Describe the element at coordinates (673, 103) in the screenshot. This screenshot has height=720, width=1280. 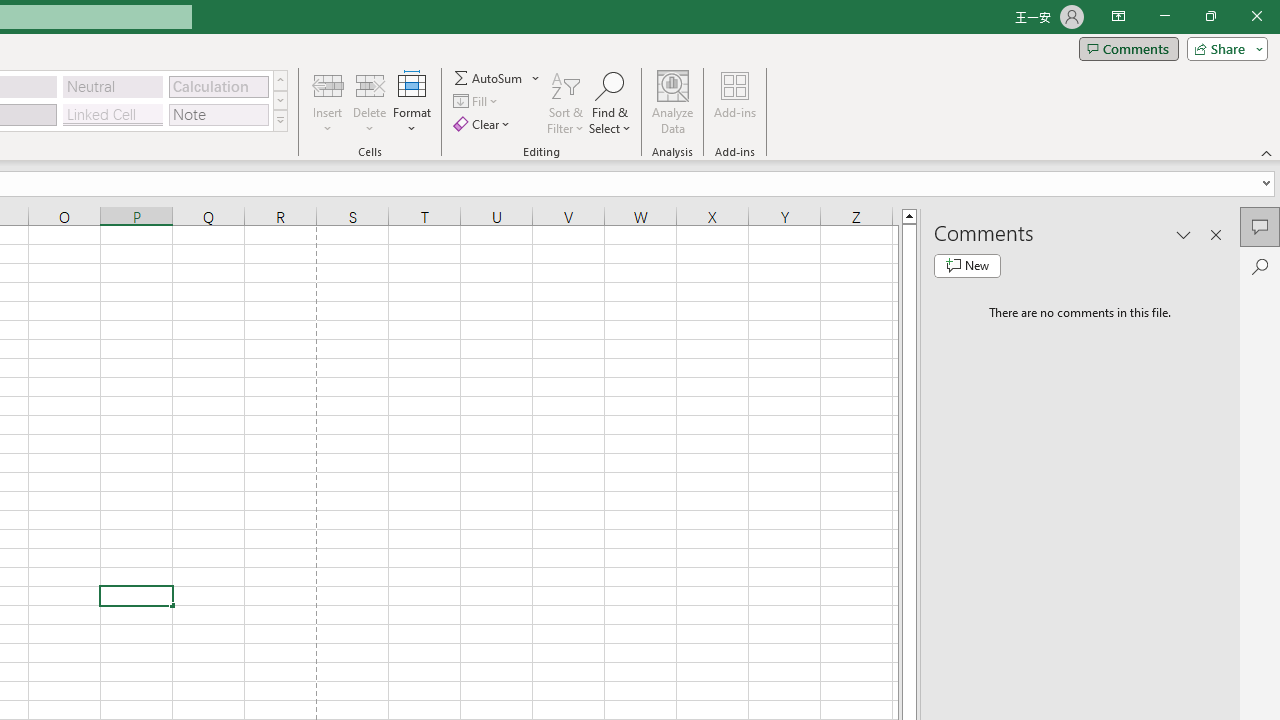
I see `'Analyze Data'` at that location.